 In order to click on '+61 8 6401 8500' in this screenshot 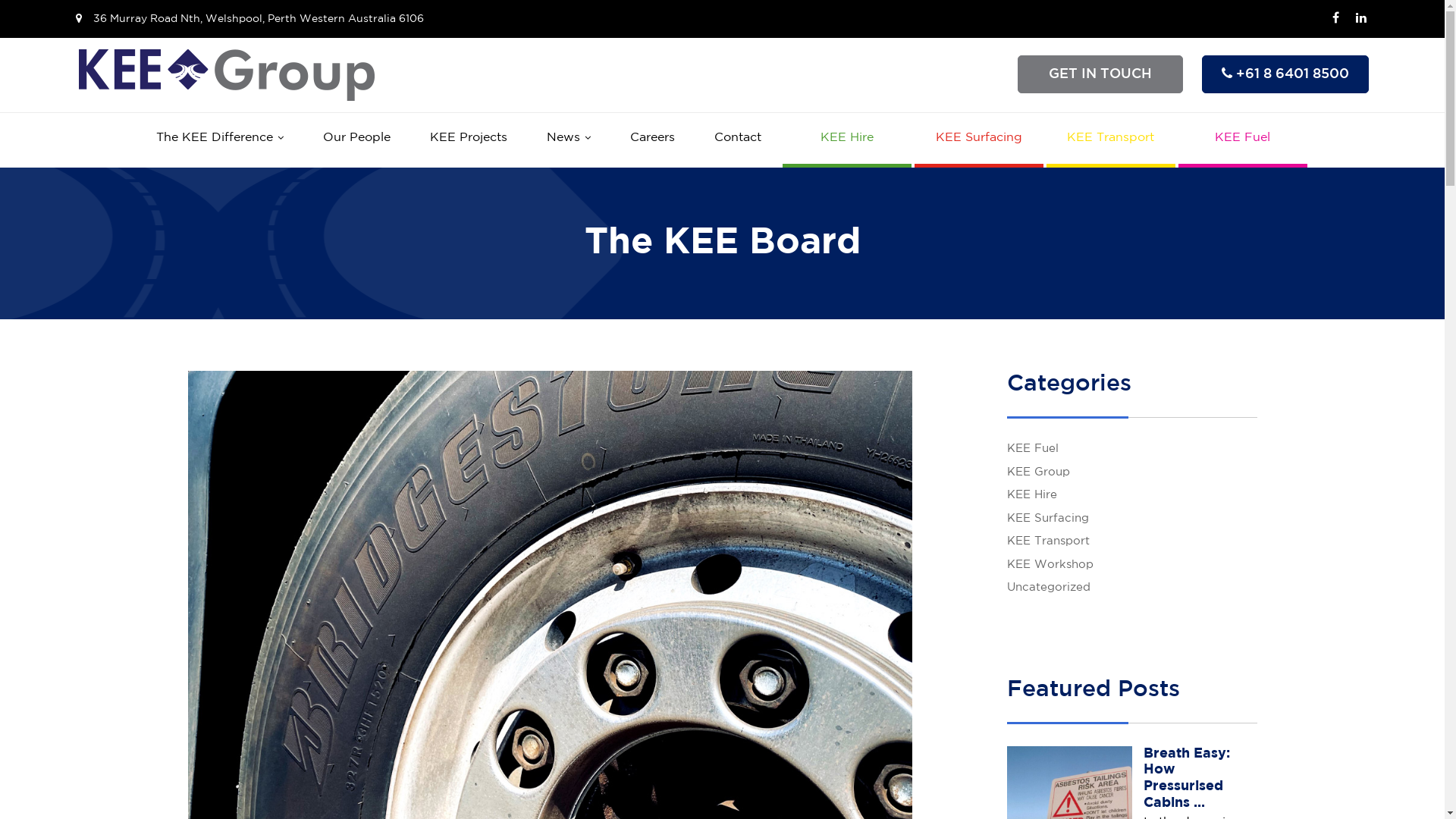, I will do `click(1200, 74)`.